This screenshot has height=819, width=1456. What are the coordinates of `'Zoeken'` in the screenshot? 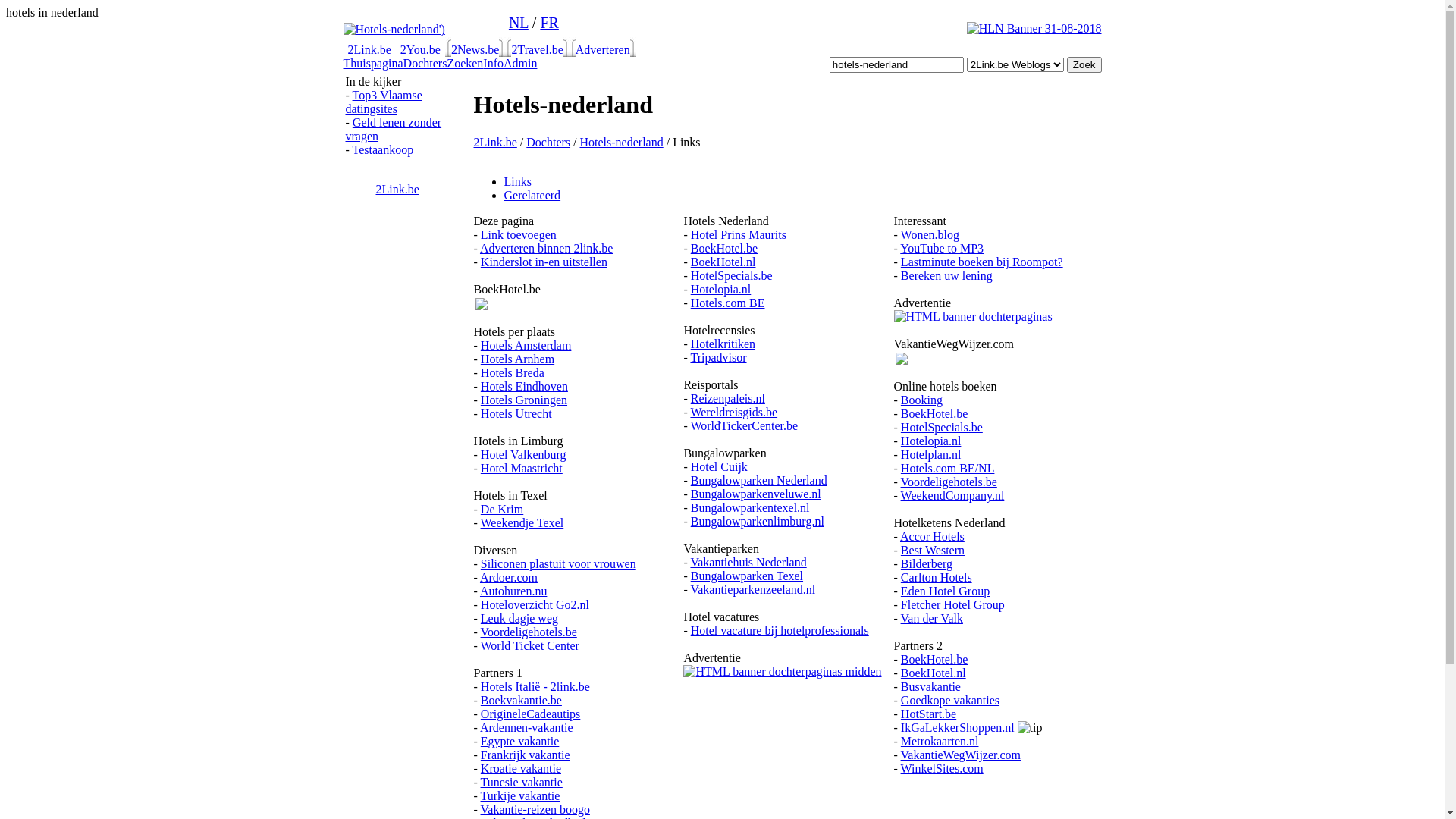 It's located at (446, 62).